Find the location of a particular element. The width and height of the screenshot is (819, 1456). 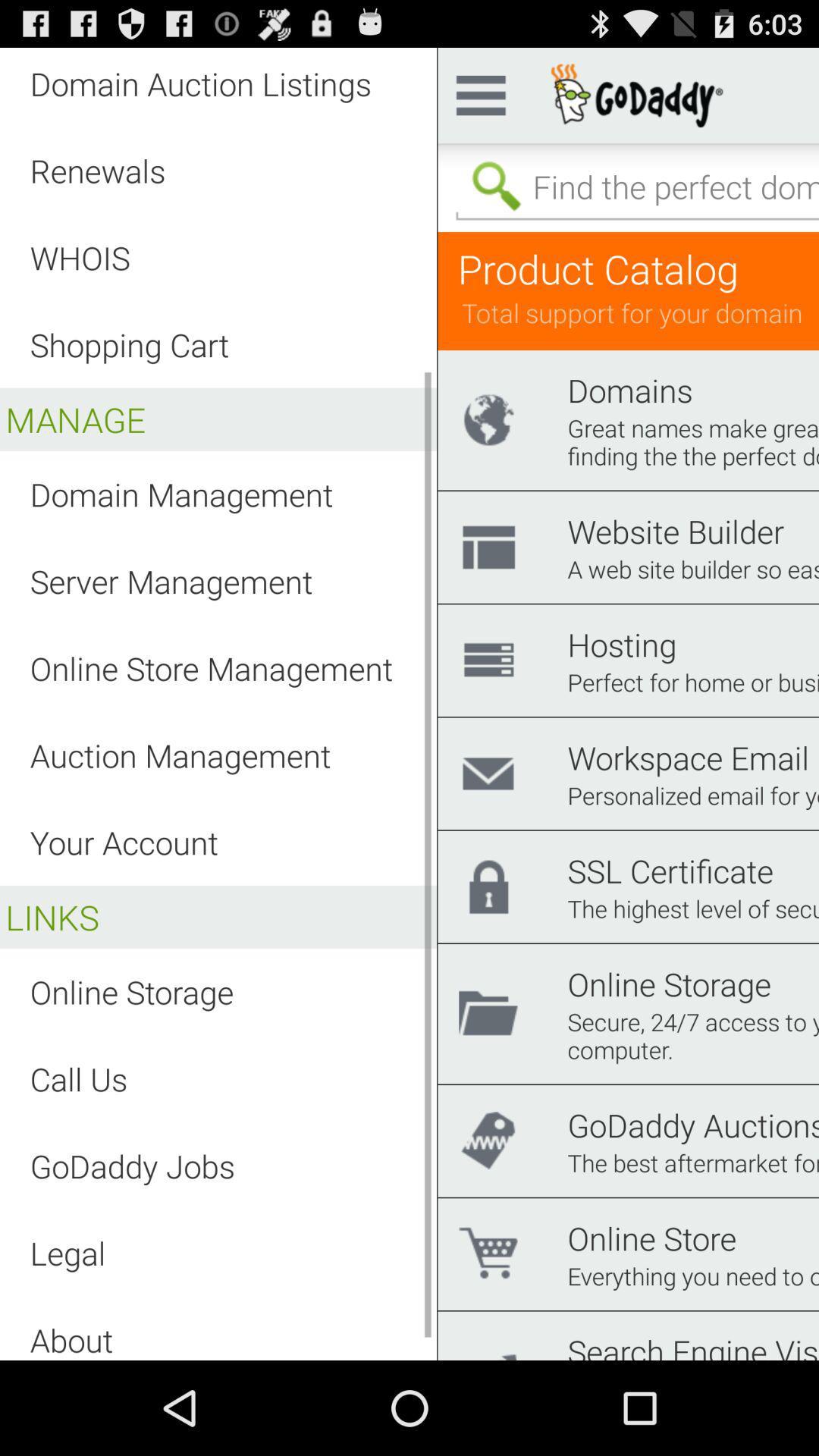

search bar is located at coordinates (633, 187).